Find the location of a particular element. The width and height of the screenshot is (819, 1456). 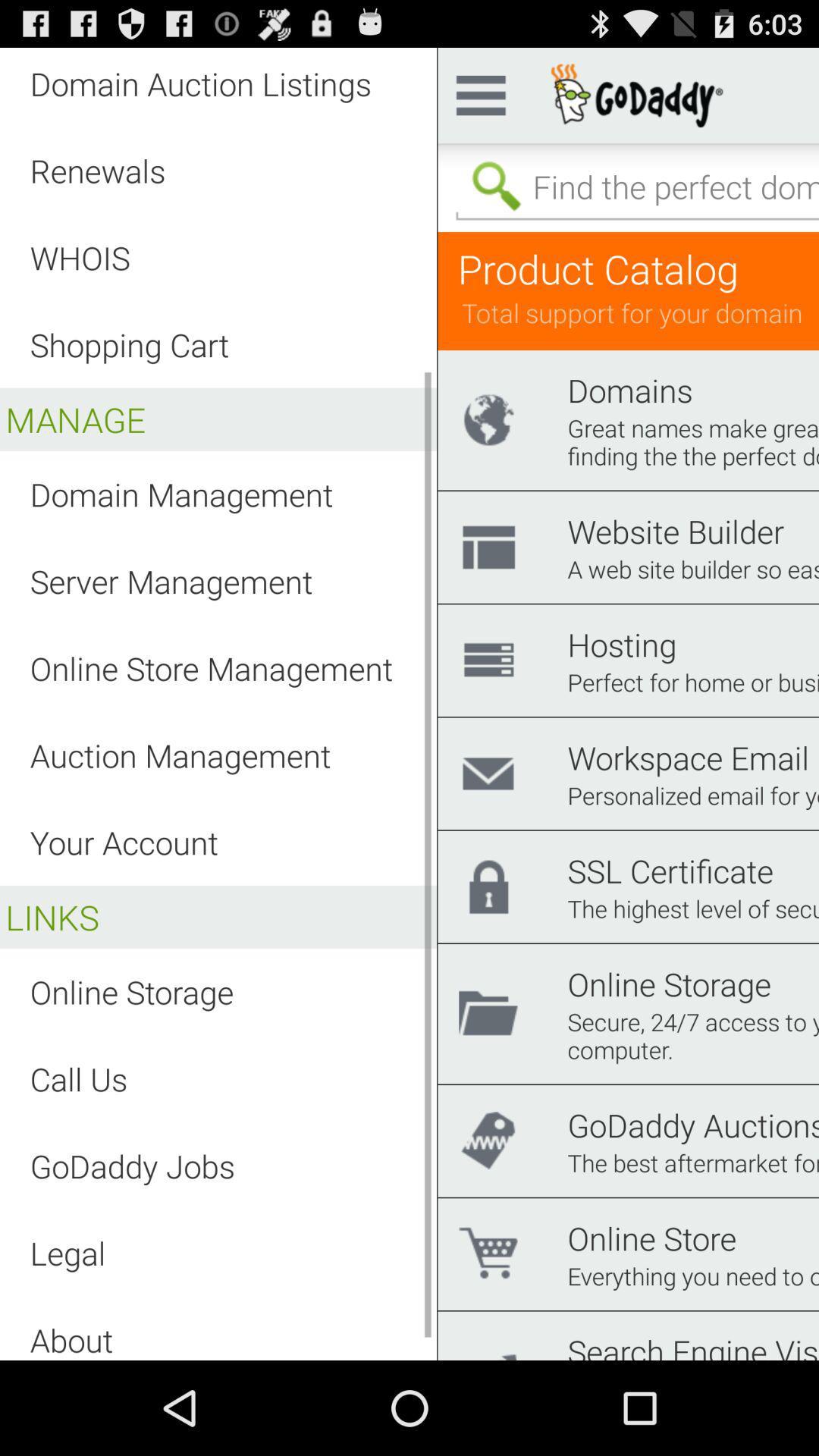

search bar is located at coordinates (633, 187).